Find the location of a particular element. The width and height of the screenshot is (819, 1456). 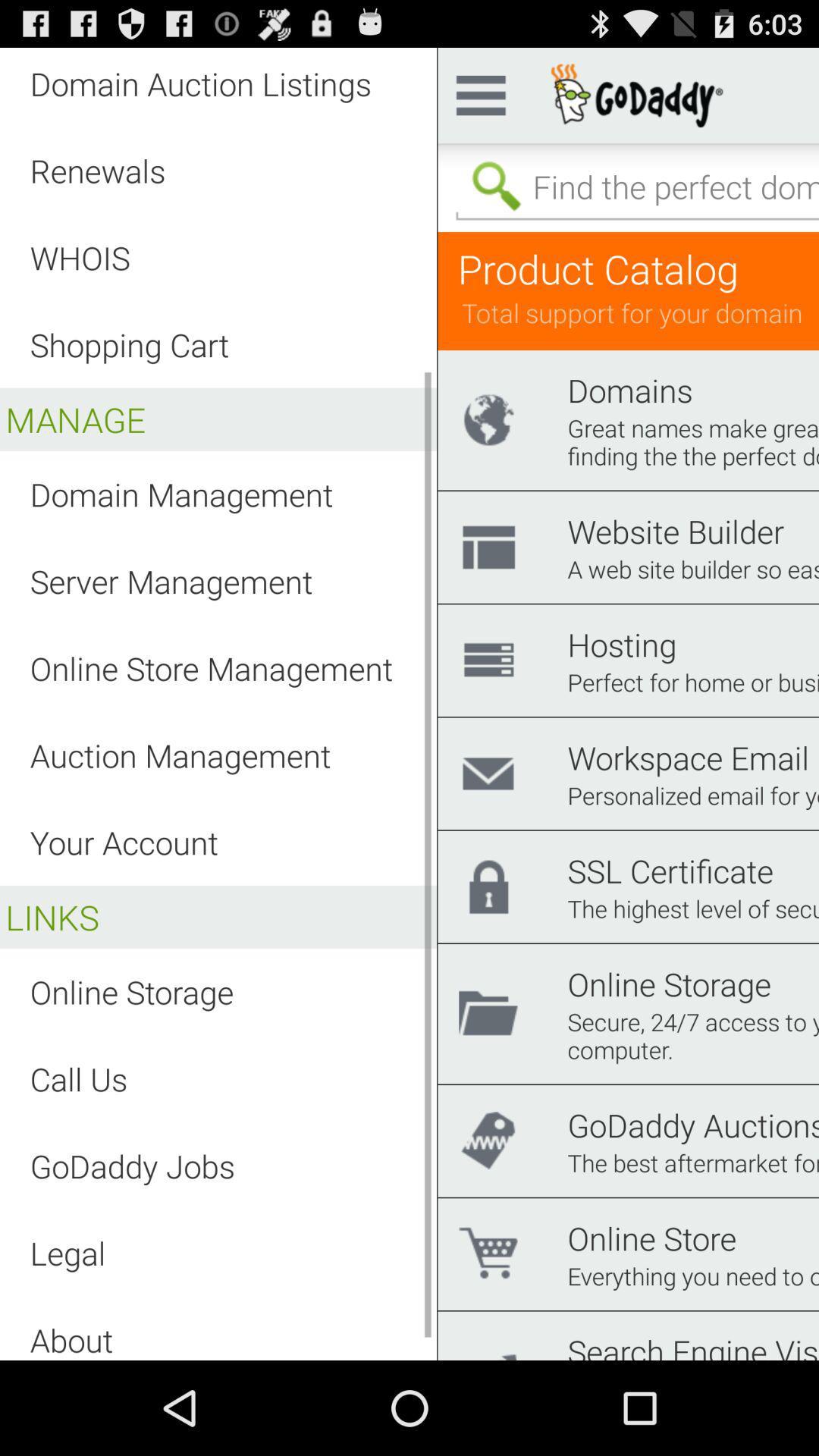

search bar is located at coordinates (633, 187).